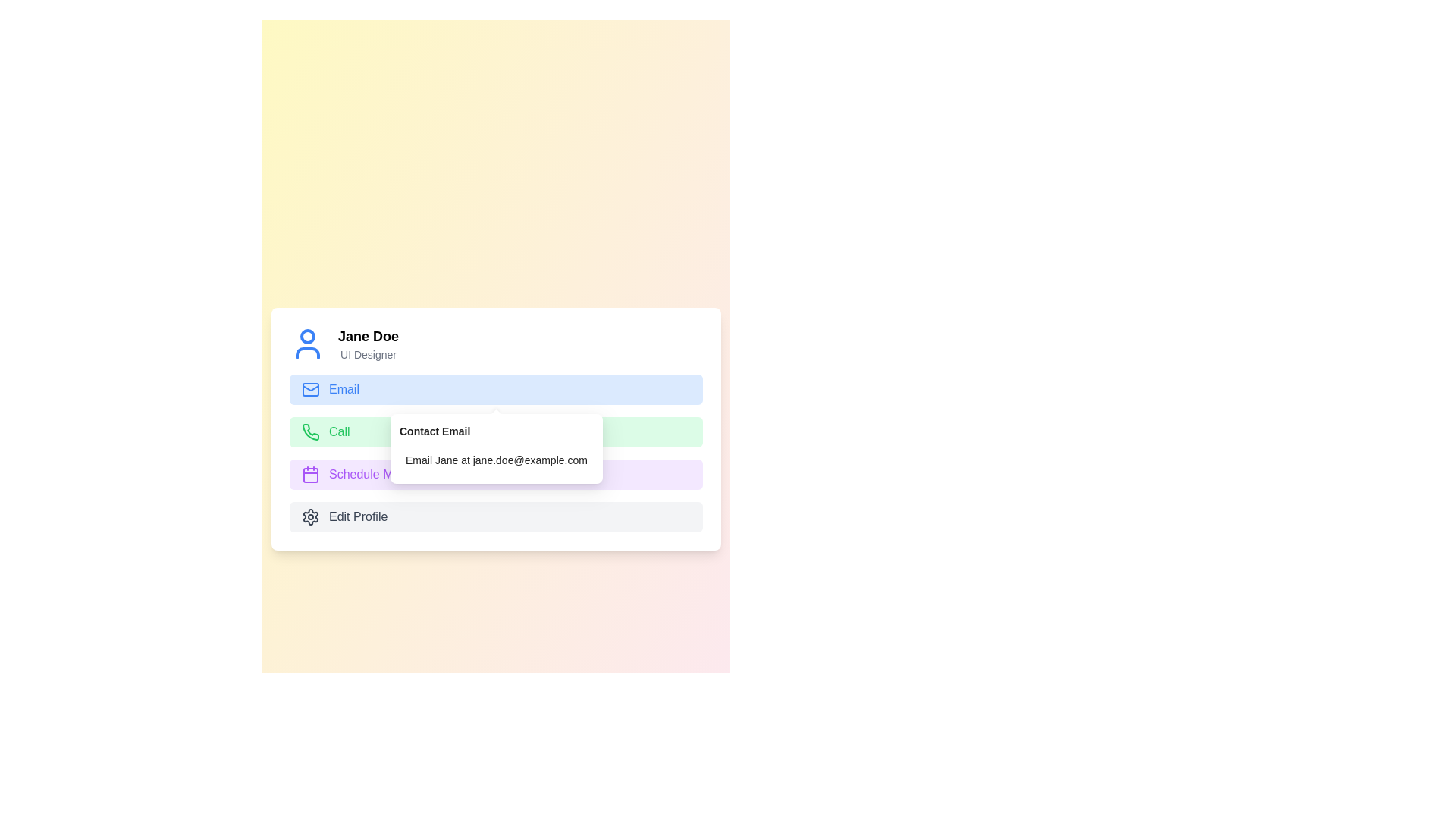 The height and width of the screenshot is (819, 1456). I want to click on the text label displaying 'UI Designer', which is styled with a smaller gray font and positioned below the bold text label 'Jane Doe', so click(368, 354).